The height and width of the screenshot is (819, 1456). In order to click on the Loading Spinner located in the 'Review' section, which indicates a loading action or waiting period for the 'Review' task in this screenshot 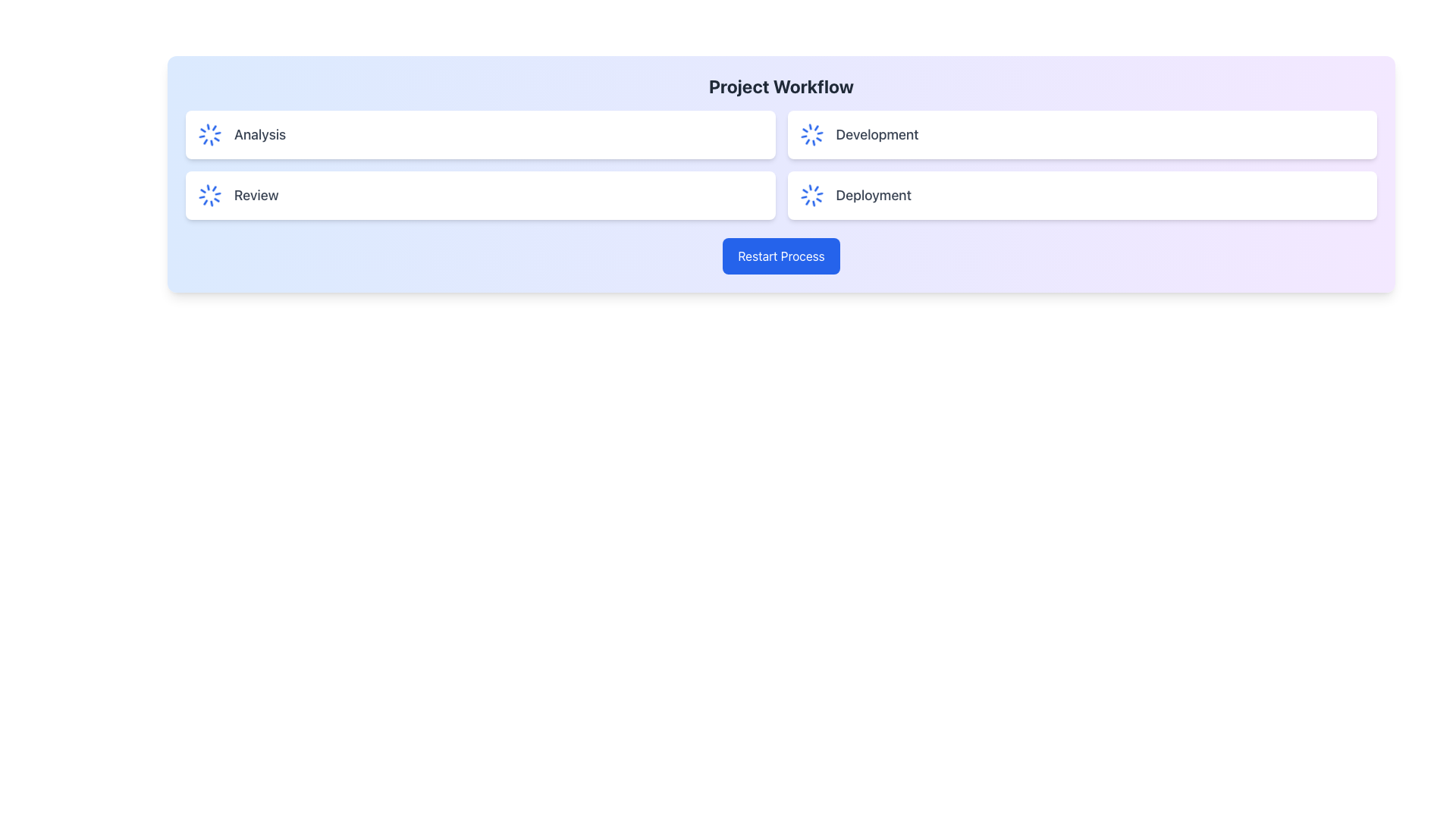, I will do `click(209, 195)`.